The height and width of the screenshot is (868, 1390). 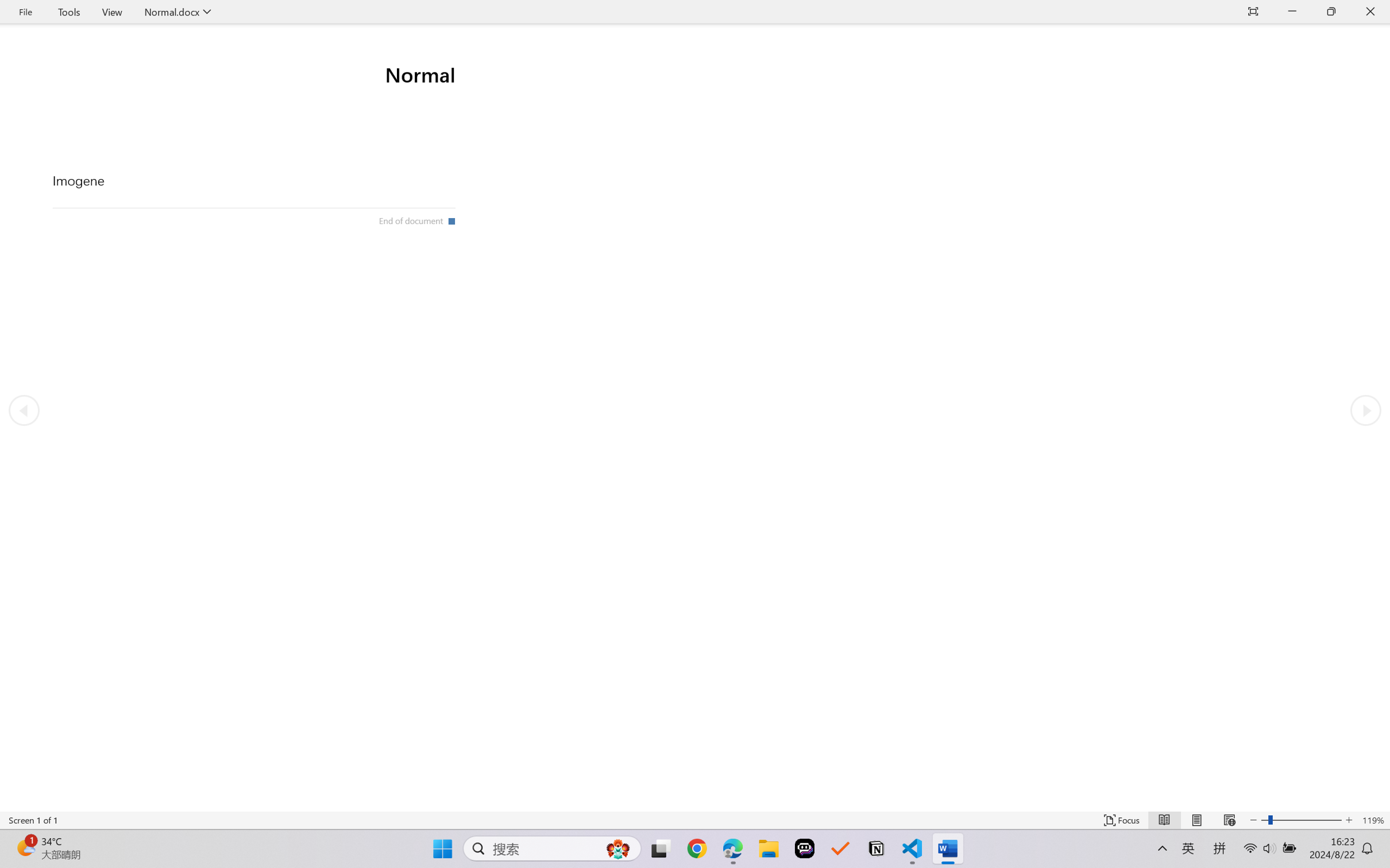 I want to click on 'Text Size', so click(x=1302, y=820).